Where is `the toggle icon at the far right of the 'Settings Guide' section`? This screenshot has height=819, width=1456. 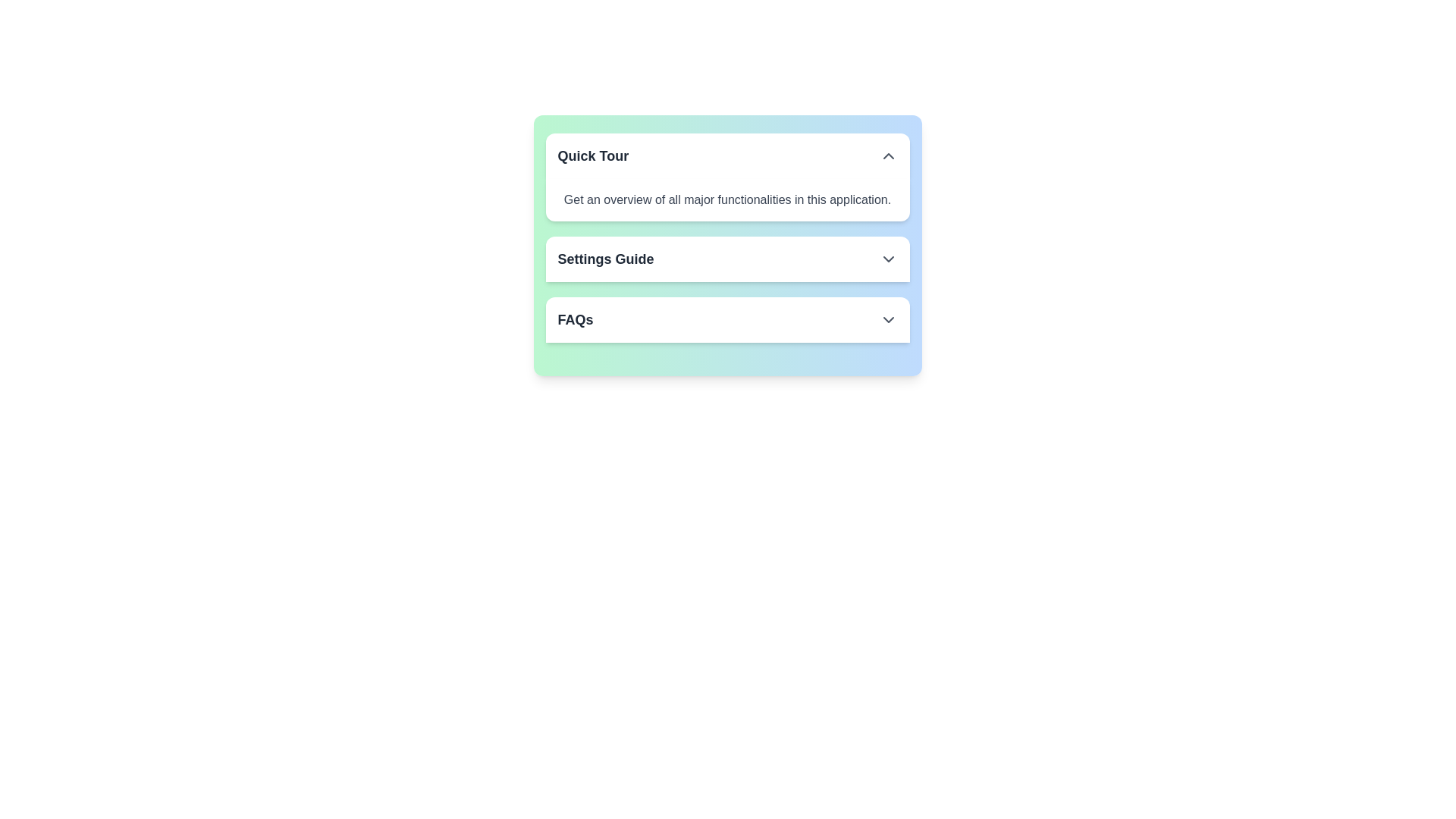
the toggle icon at the far right of the 'Settings Guide' section is located at coordinates (888, 259).